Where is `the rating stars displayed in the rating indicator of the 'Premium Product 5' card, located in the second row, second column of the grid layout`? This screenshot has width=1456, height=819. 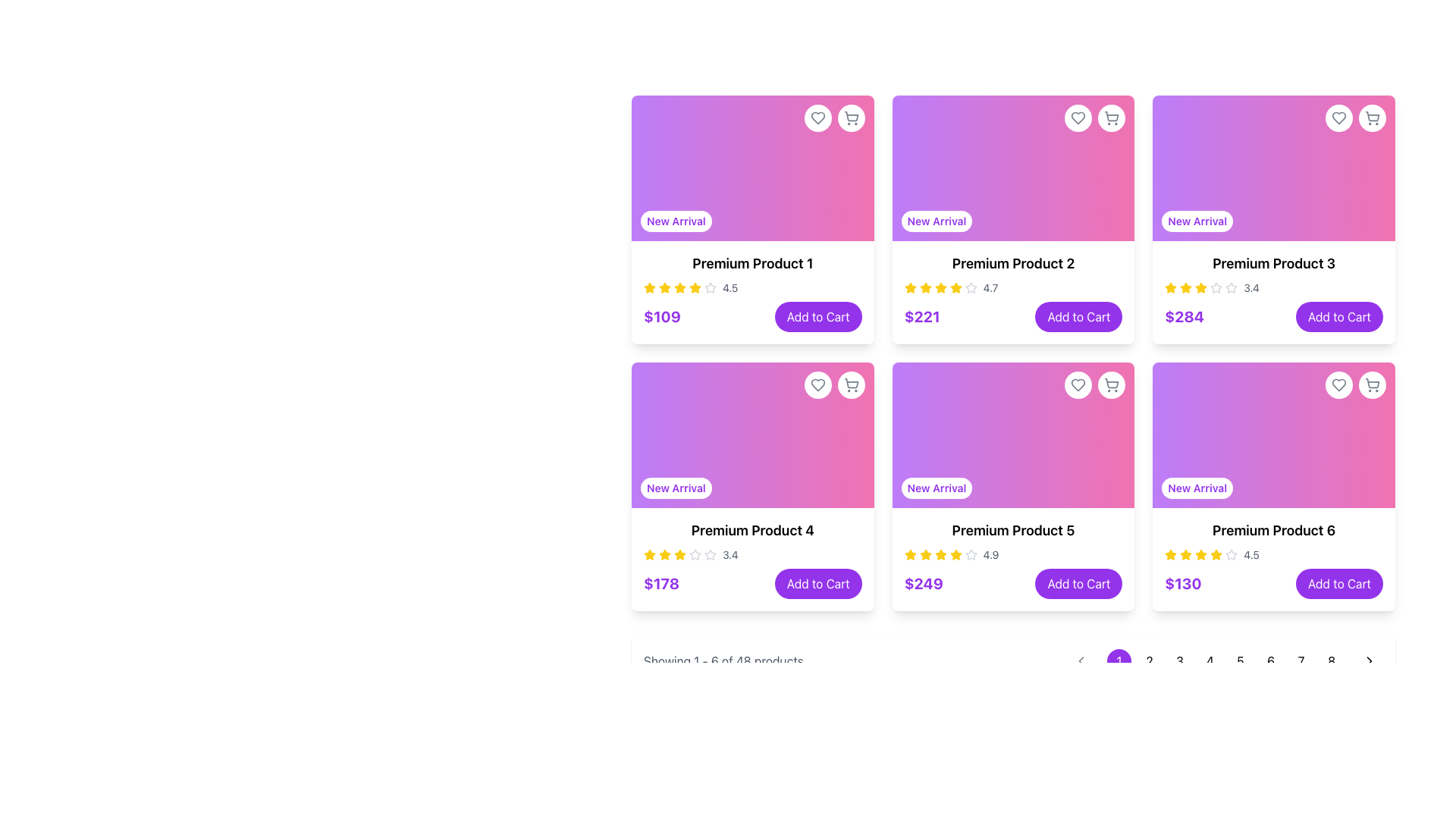 the rating stars displayed in the rating indicator of the 'Premium Product 5' card, located in the second row, second column of the grid layout is located at coordinates (1013, 555).